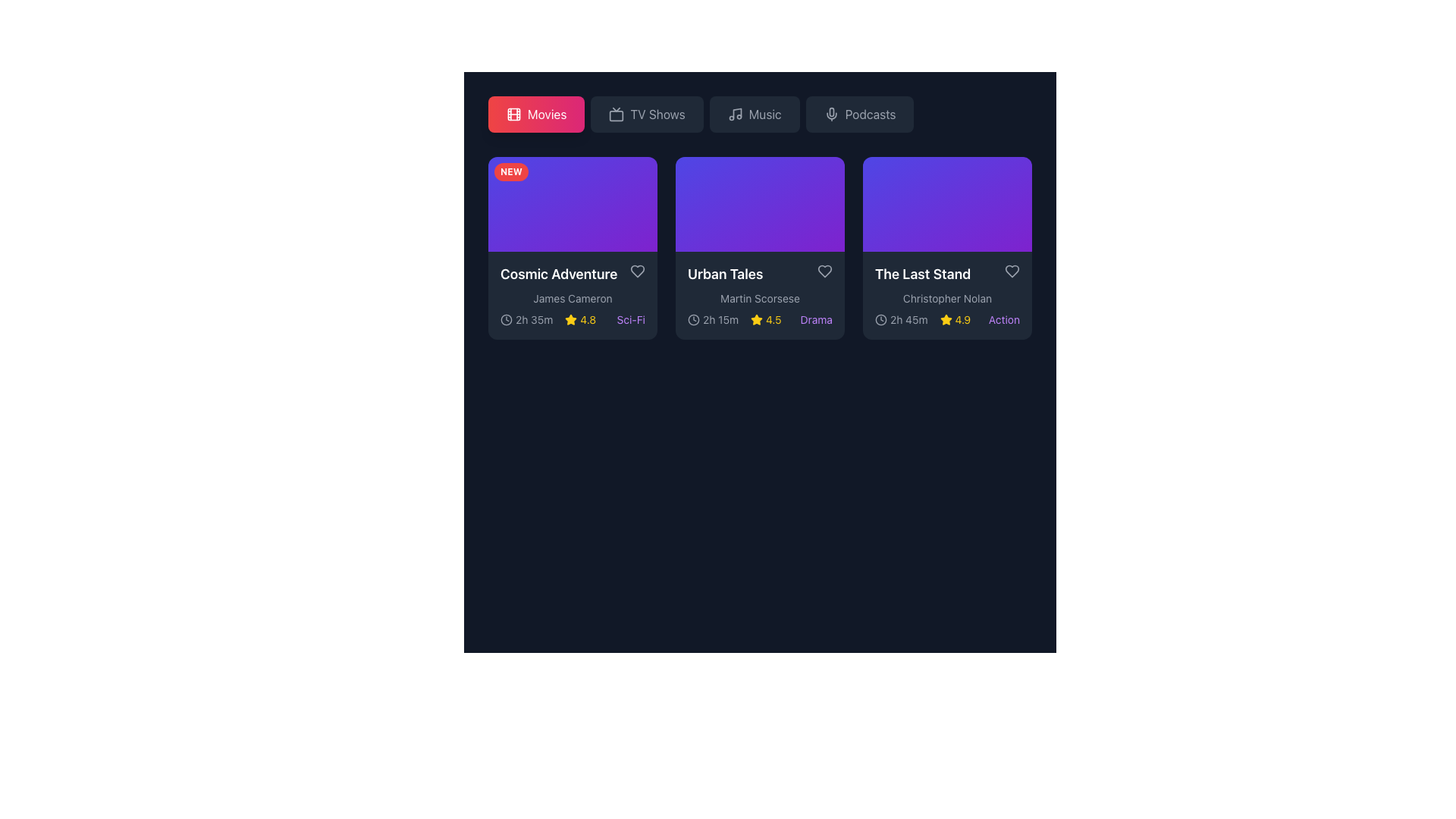 Image resolution: width=1456 pixels, height=819 pixels. Describe the element at coordinates (922, 275) in the screenshot. I see `the text label that says 'The Last Stand', which is styled in bold white font and located in the third card of a grid layout` at that location.